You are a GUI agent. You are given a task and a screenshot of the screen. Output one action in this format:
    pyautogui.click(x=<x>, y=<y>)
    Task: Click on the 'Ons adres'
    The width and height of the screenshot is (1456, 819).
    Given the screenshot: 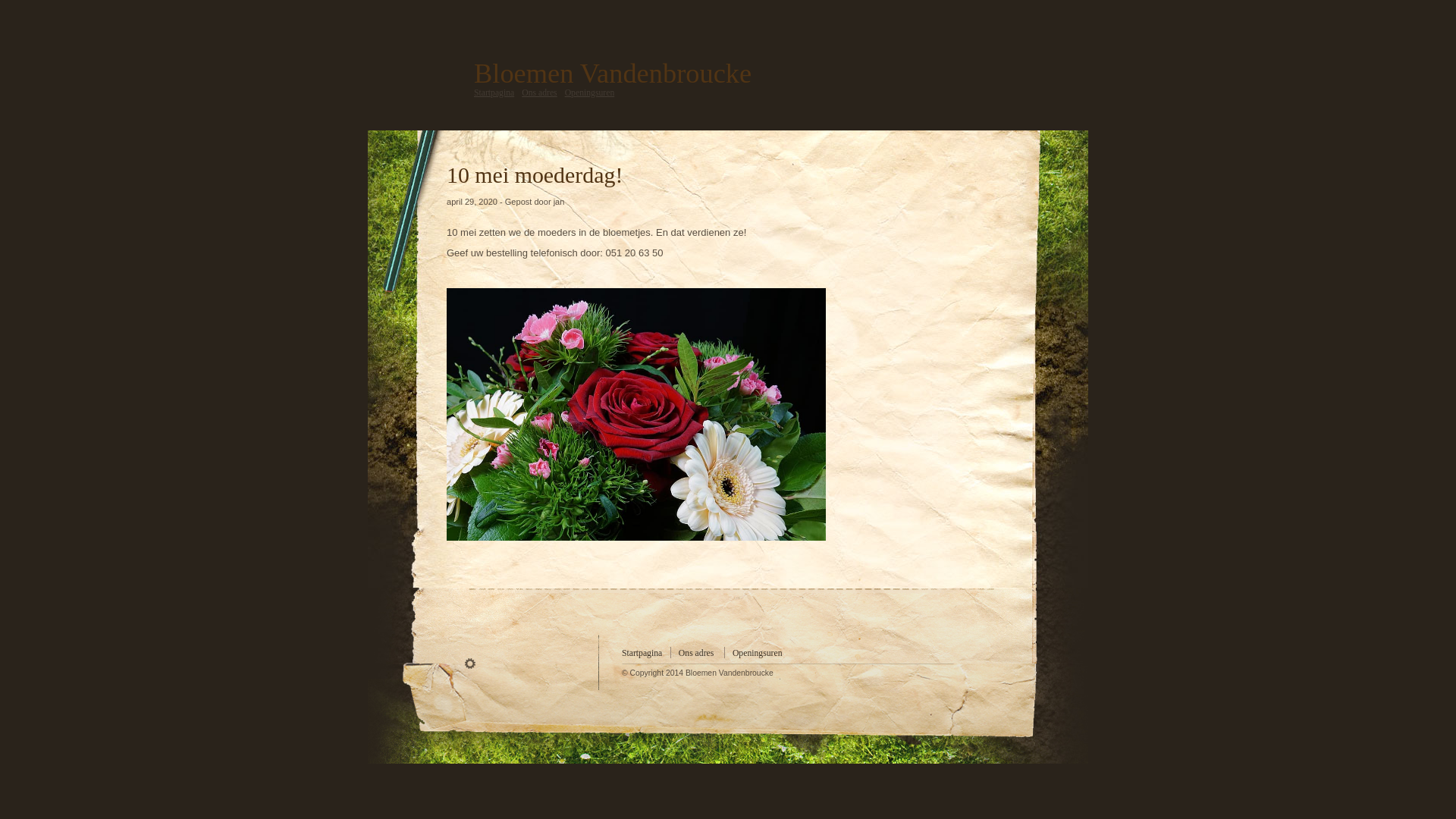 What is the action you would take?
    pyautogui.click(x=695, y=652)
    